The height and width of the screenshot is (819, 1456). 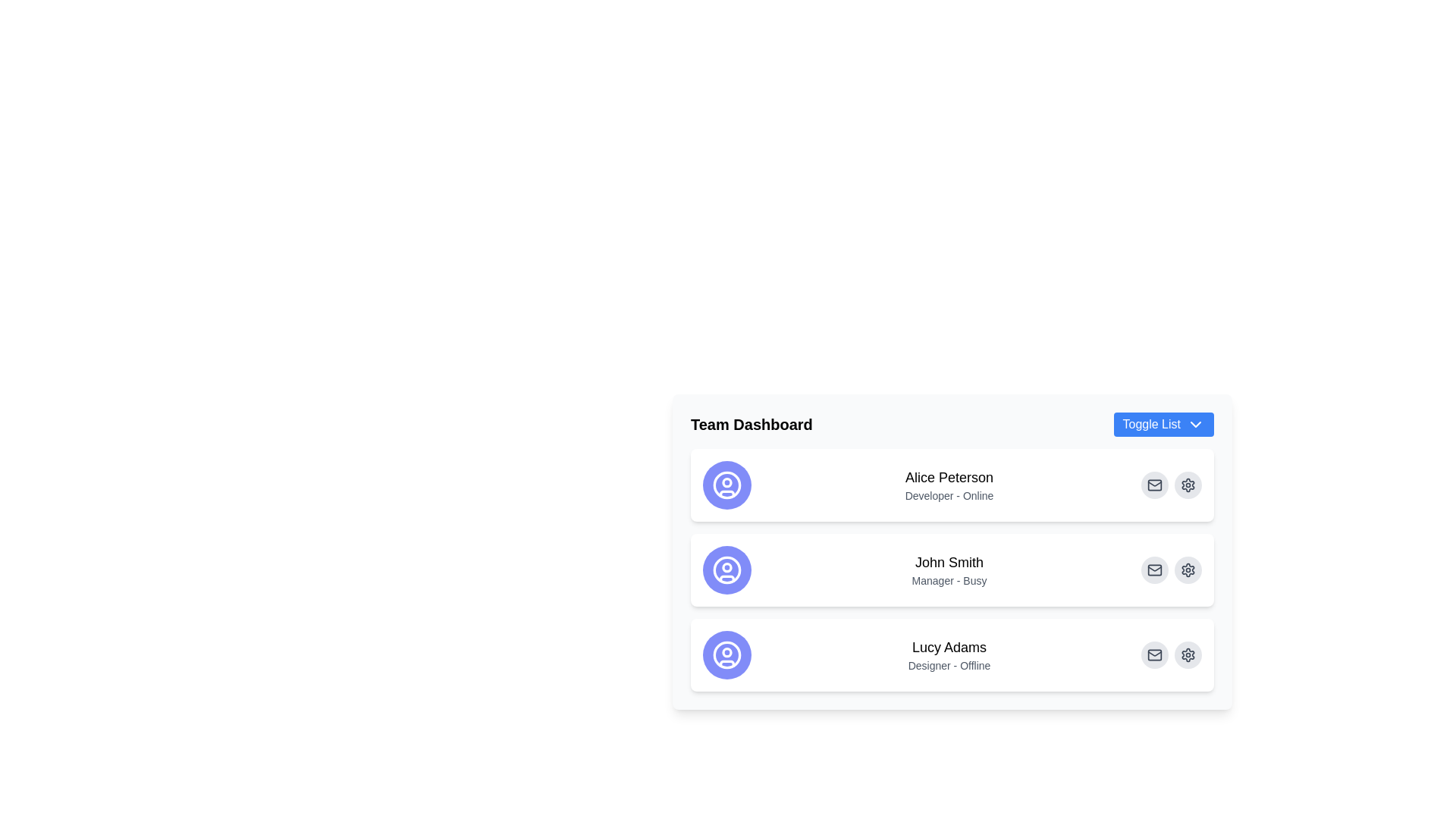 I want to click on the settings icon located within the rounded button on the far-right side of the user entry for 'Alice Peterson', so click(x=1187, y=654).